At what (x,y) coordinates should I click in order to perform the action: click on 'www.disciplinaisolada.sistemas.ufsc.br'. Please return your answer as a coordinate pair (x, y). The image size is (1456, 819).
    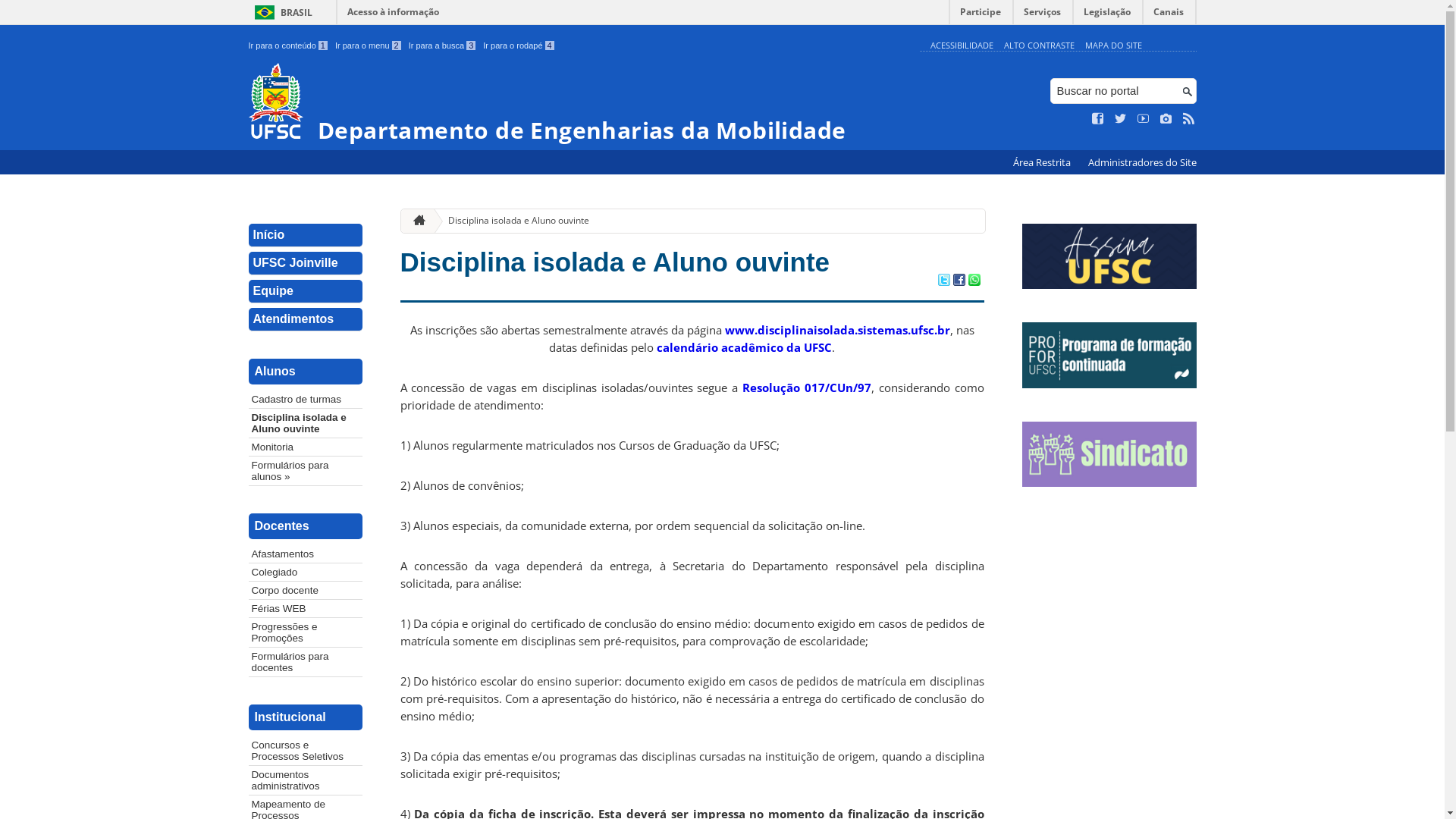
    Looking at the image, I should click on (836, 329).